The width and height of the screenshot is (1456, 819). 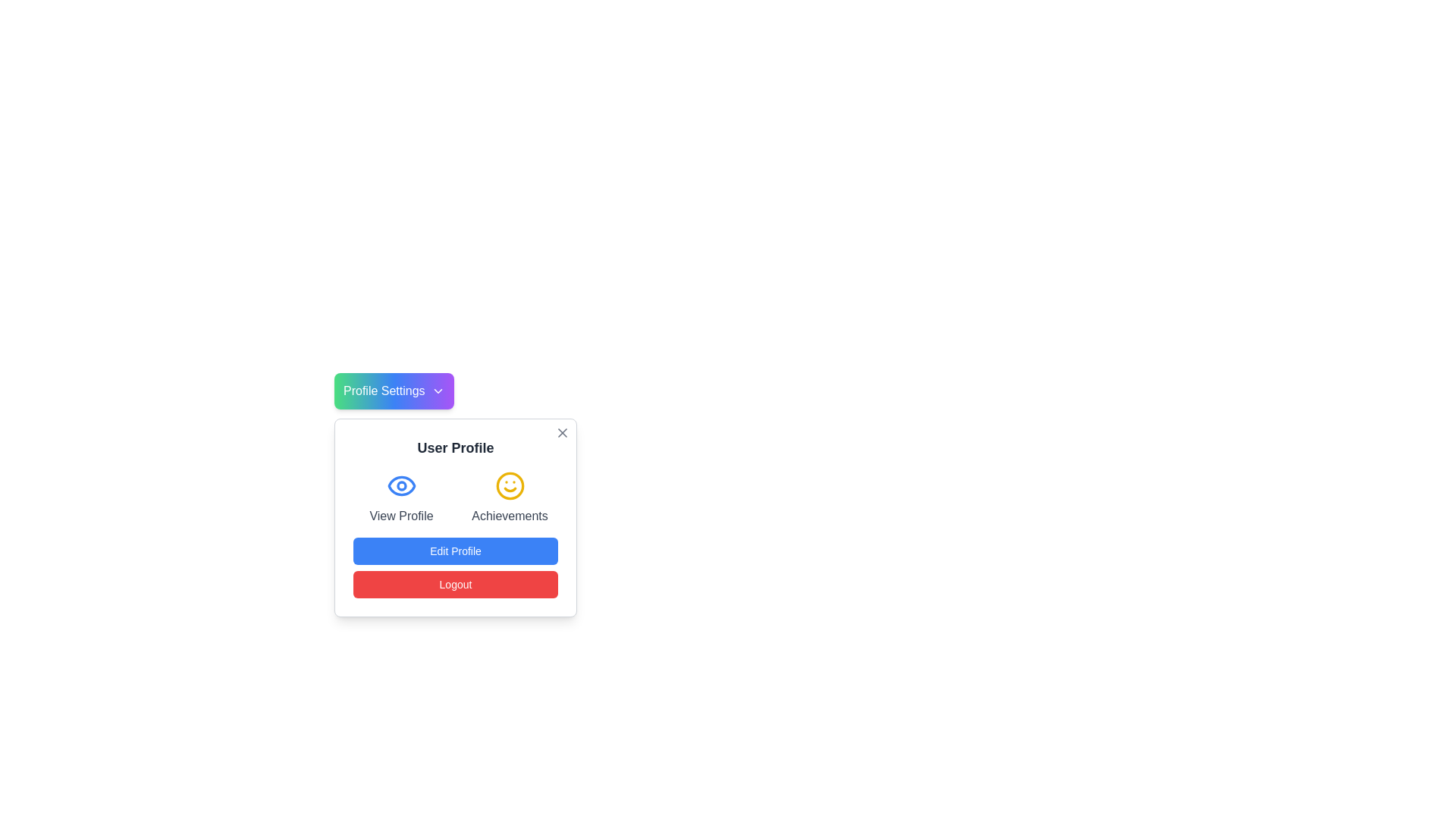 What do you see at coordinates (401, 497) in the screenshot?
I see `the 'View Profile' button, which features a blue eye icon above a gray text label, located in the user profile card` at bounding box center [401, 497].